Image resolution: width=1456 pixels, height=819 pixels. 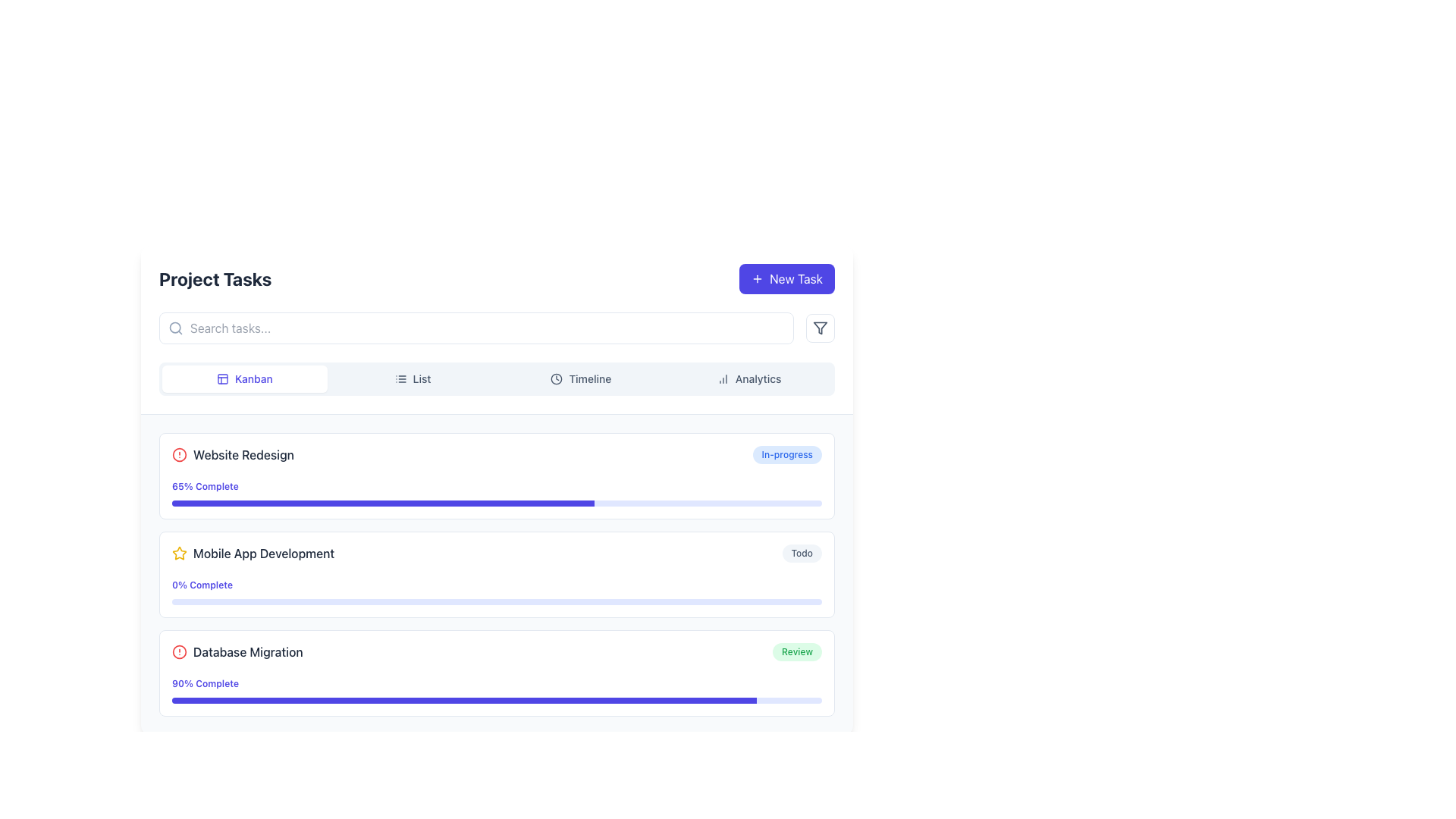 What do you see at coordinates (237, 651) in the screenshot?
I see `the warning icon associated with the 'Database Migration' task` at bounding box center [237, 651].